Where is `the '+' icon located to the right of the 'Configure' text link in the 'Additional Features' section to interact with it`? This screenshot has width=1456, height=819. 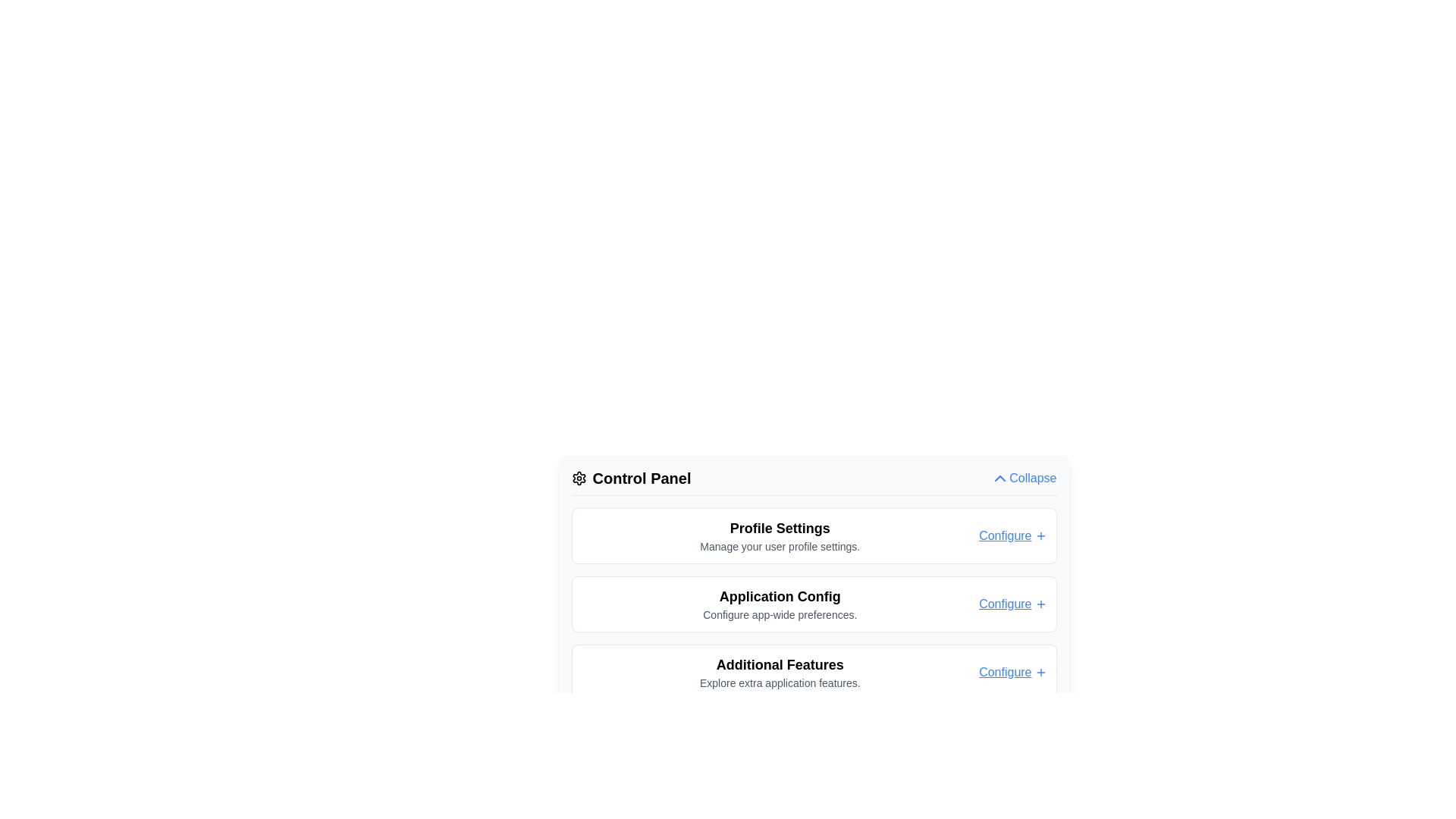 the '+' icon located to the right of the 'Configure' text link in the 'Additional Features' section to interact with it is located at coordinates (1040, 672).